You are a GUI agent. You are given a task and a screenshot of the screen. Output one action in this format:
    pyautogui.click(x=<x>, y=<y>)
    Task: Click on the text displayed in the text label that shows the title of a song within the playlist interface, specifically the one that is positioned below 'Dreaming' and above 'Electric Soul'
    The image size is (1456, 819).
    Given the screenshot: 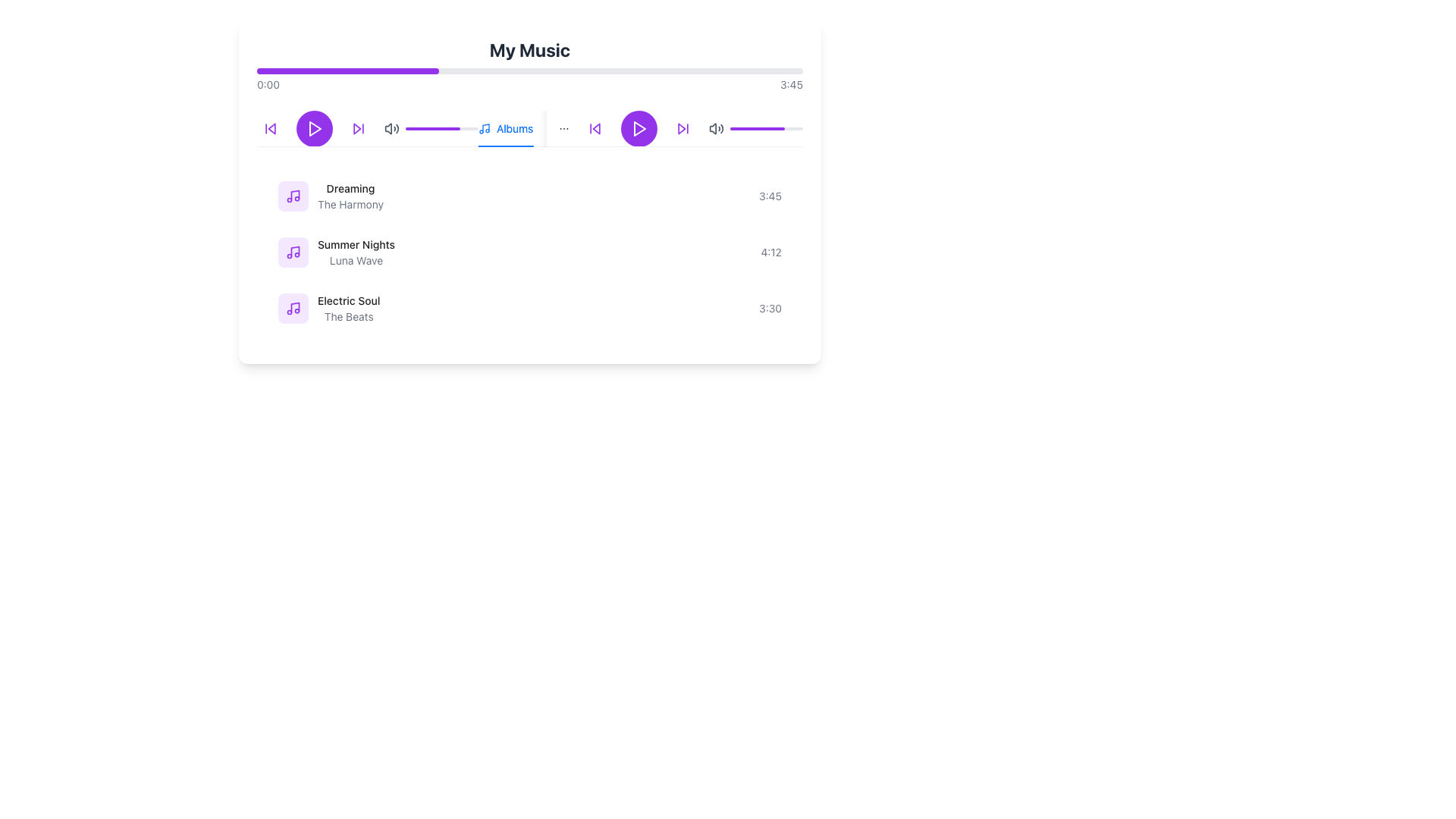 What is the action you would take?
    pyautogui.click(x=356, y=244)
    